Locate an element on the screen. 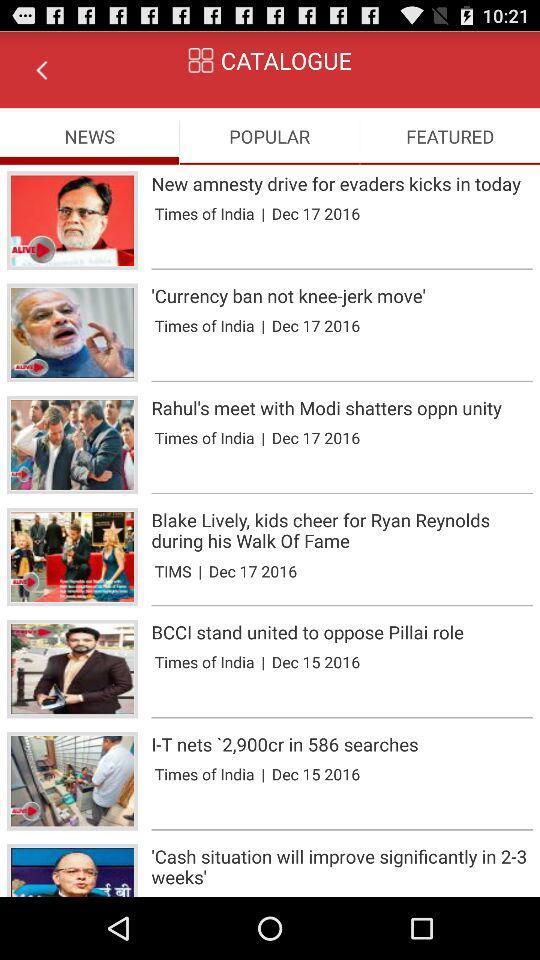 The image size is (540, 960). the icon to the left of the dec 17 2016 app is located at coordinates (200, 571).